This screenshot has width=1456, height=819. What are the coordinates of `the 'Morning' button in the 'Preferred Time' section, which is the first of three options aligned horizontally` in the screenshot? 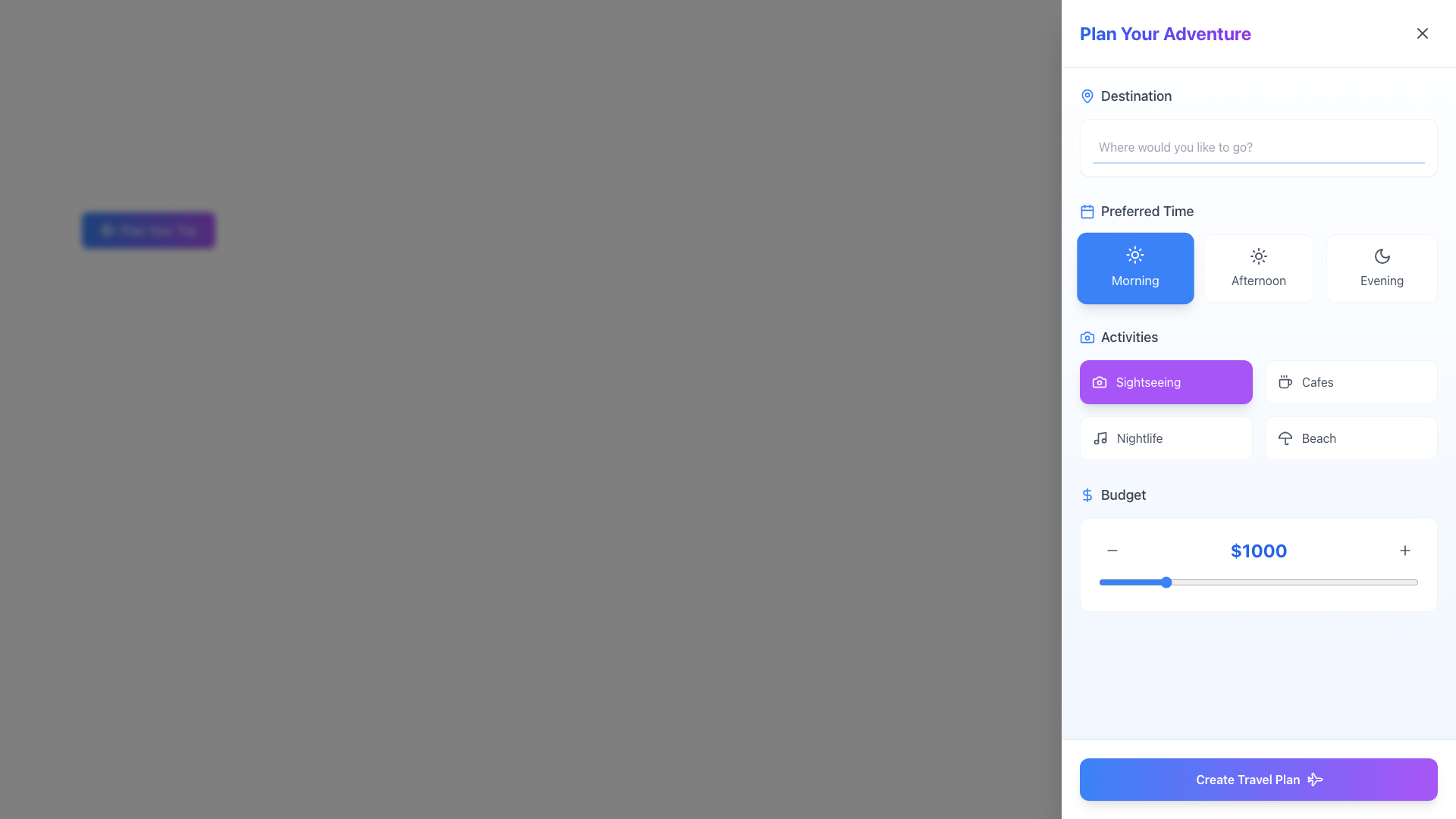 It's located at (1135, 254).